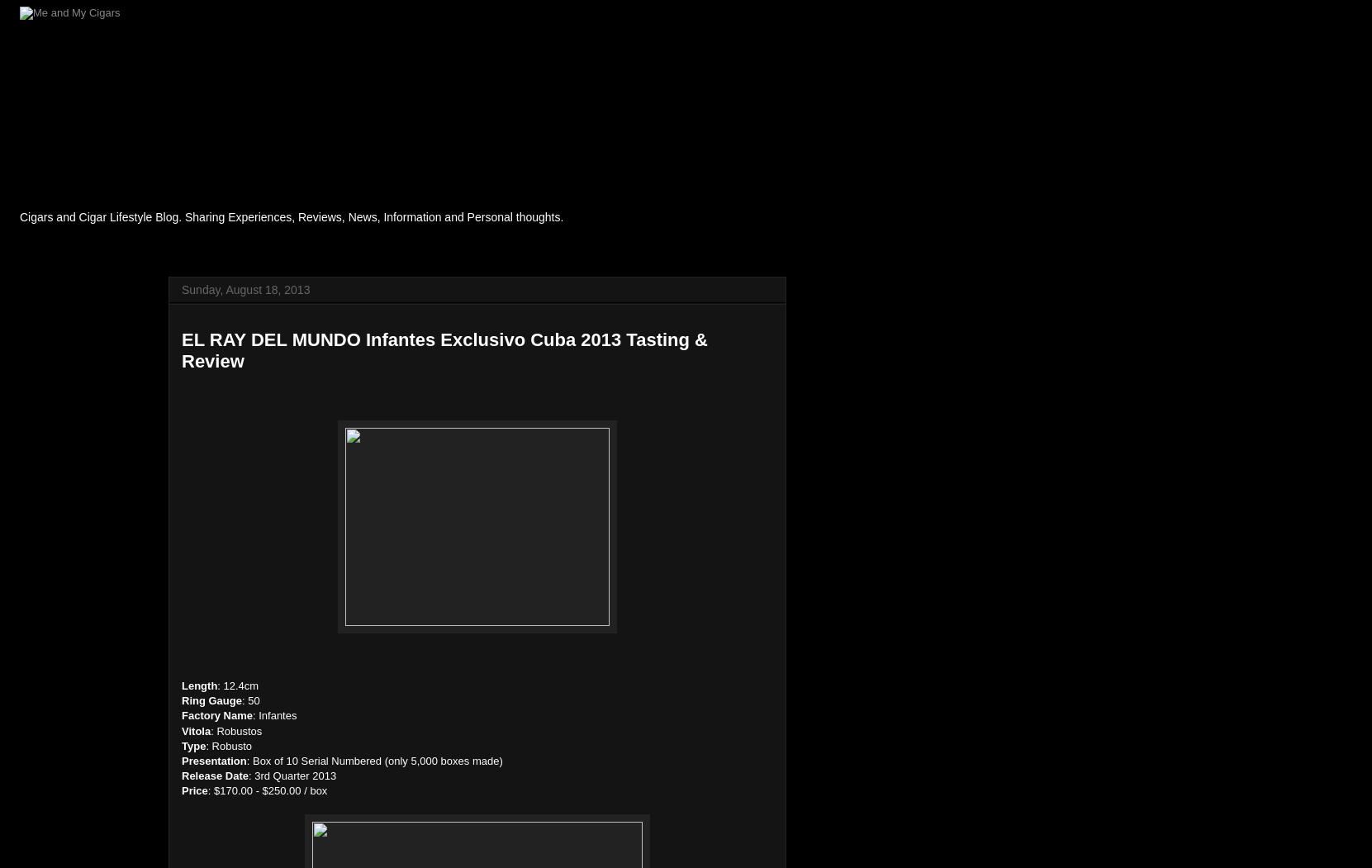  Describe the element at coordinates (444, 350) in the screenshot. I see `'EL RAY DEL MUNDO Infantes Exclusivo Cuba 2013 Tasting & Review'` at that location.